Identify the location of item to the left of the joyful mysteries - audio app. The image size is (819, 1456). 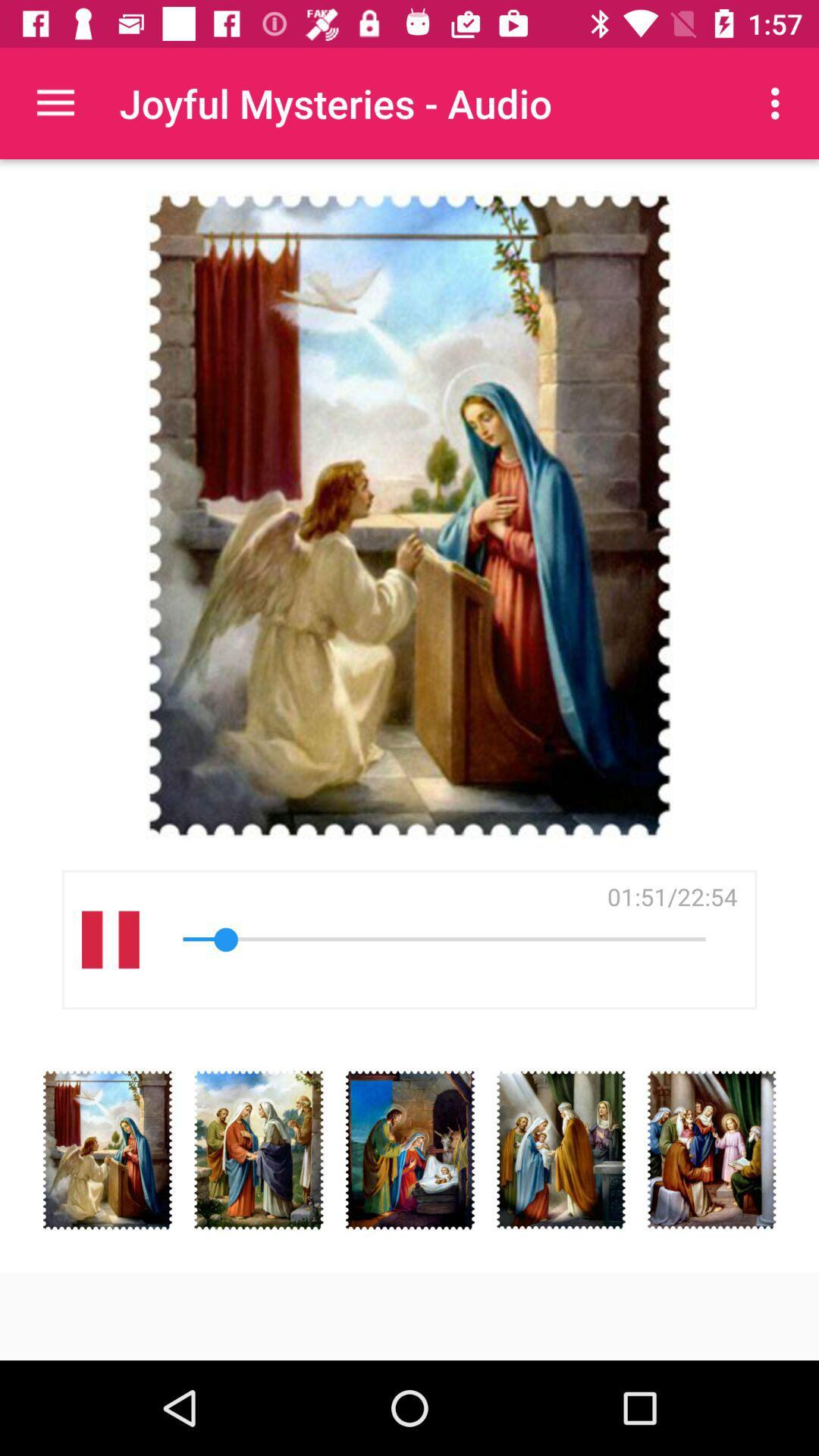
(55, 102).